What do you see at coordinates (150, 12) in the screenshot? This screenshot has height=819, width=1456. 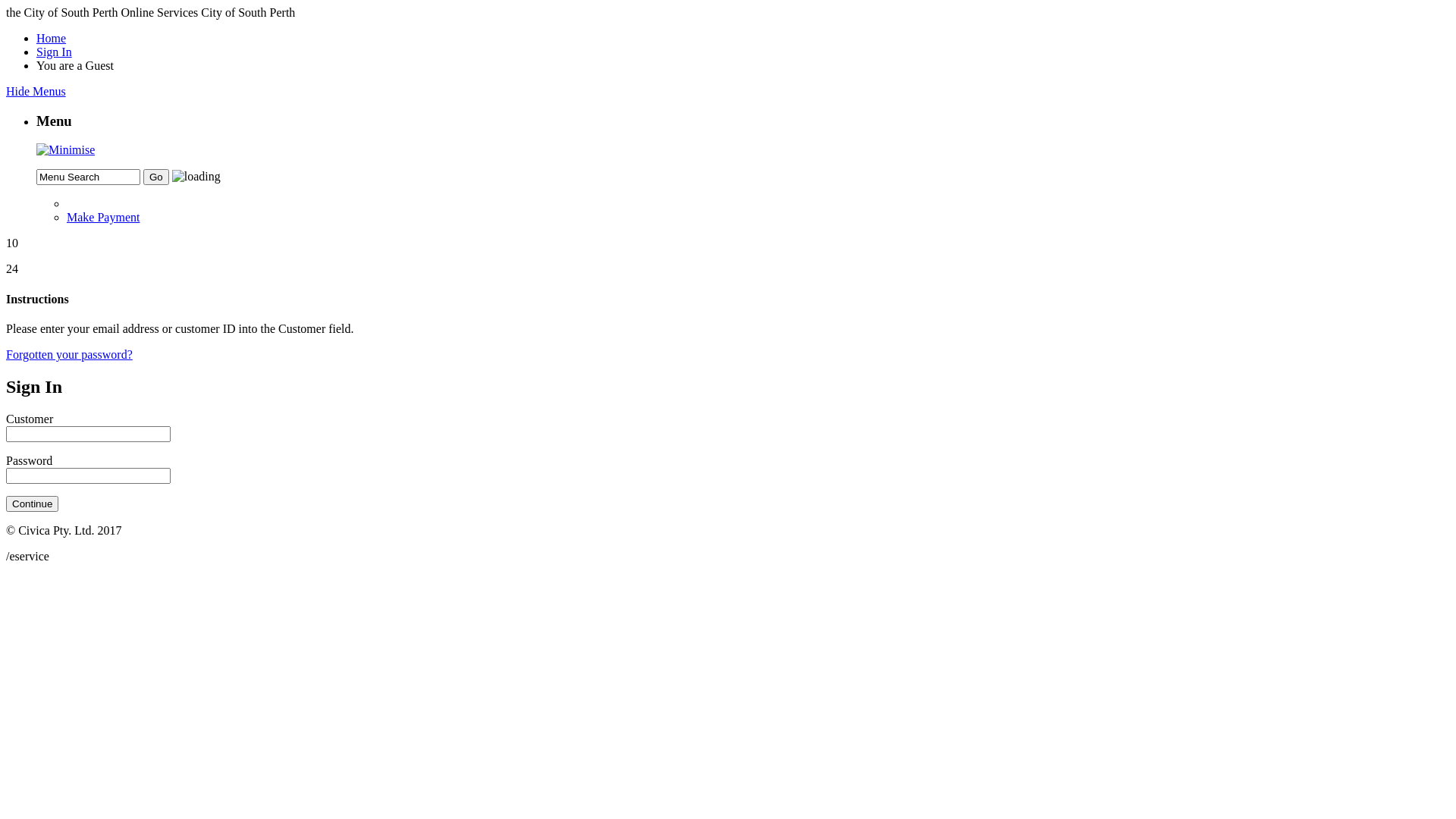 I see `'the City of South Perth Online Services City of South Perth'` at bounding box center [150, 12].